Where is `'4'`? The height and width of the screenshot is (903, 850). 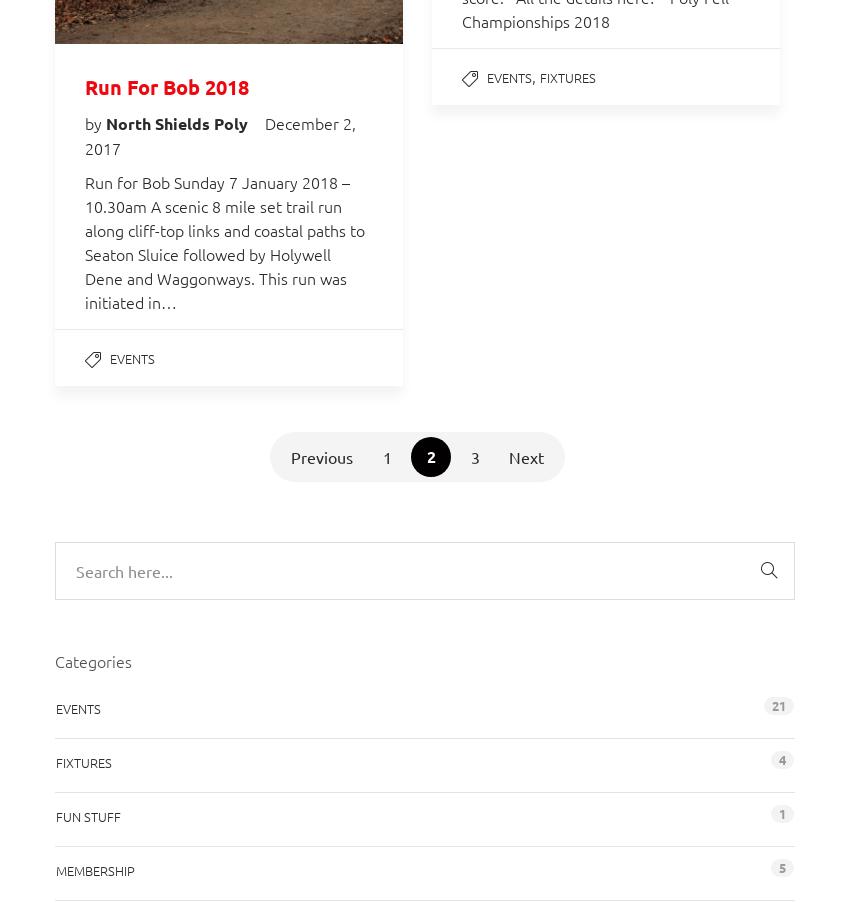 '4' is located at coordinates (781, 758).